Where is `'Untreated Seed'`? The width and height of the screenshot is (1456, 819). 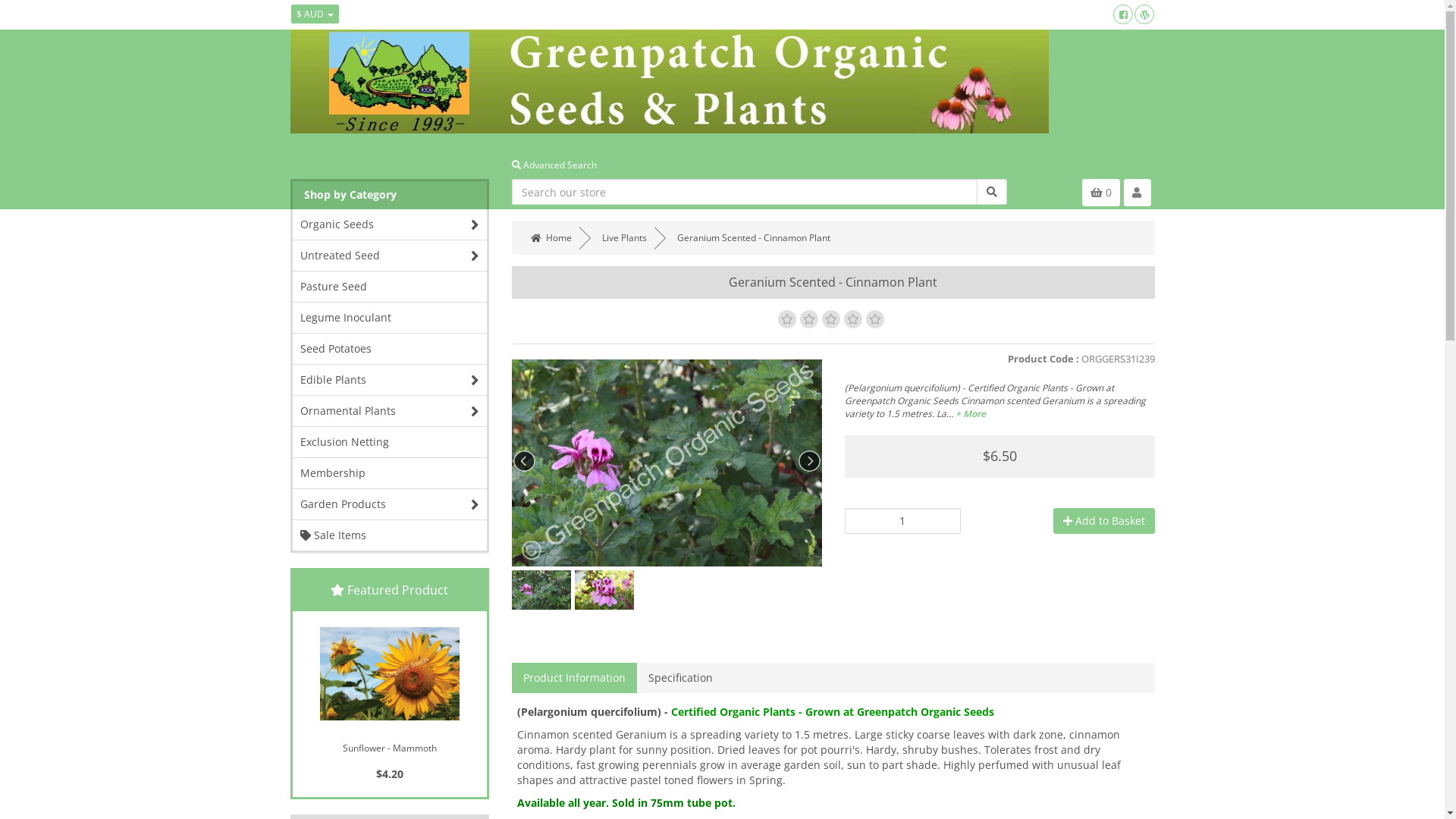
'Untreated Seed' is located at coordinates (390, 254).